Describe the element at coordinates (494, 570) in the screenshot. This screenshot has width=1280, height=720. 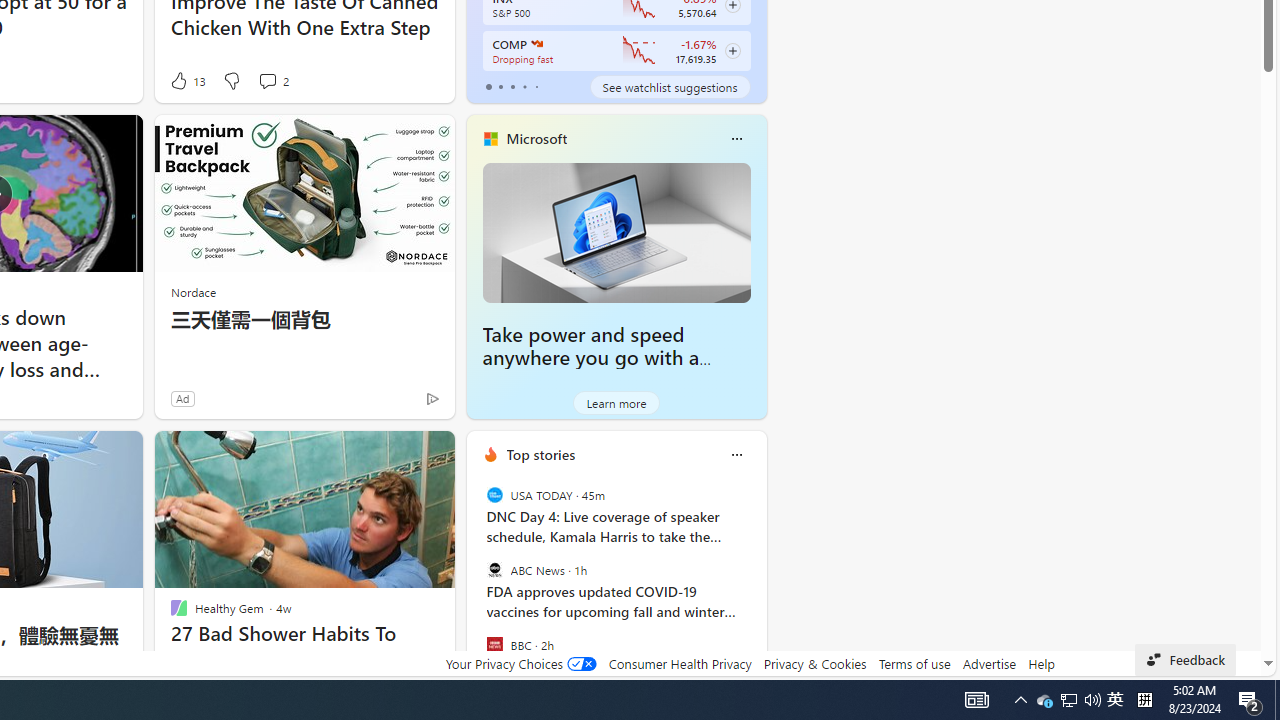
I see `'ABC News'` at that location.